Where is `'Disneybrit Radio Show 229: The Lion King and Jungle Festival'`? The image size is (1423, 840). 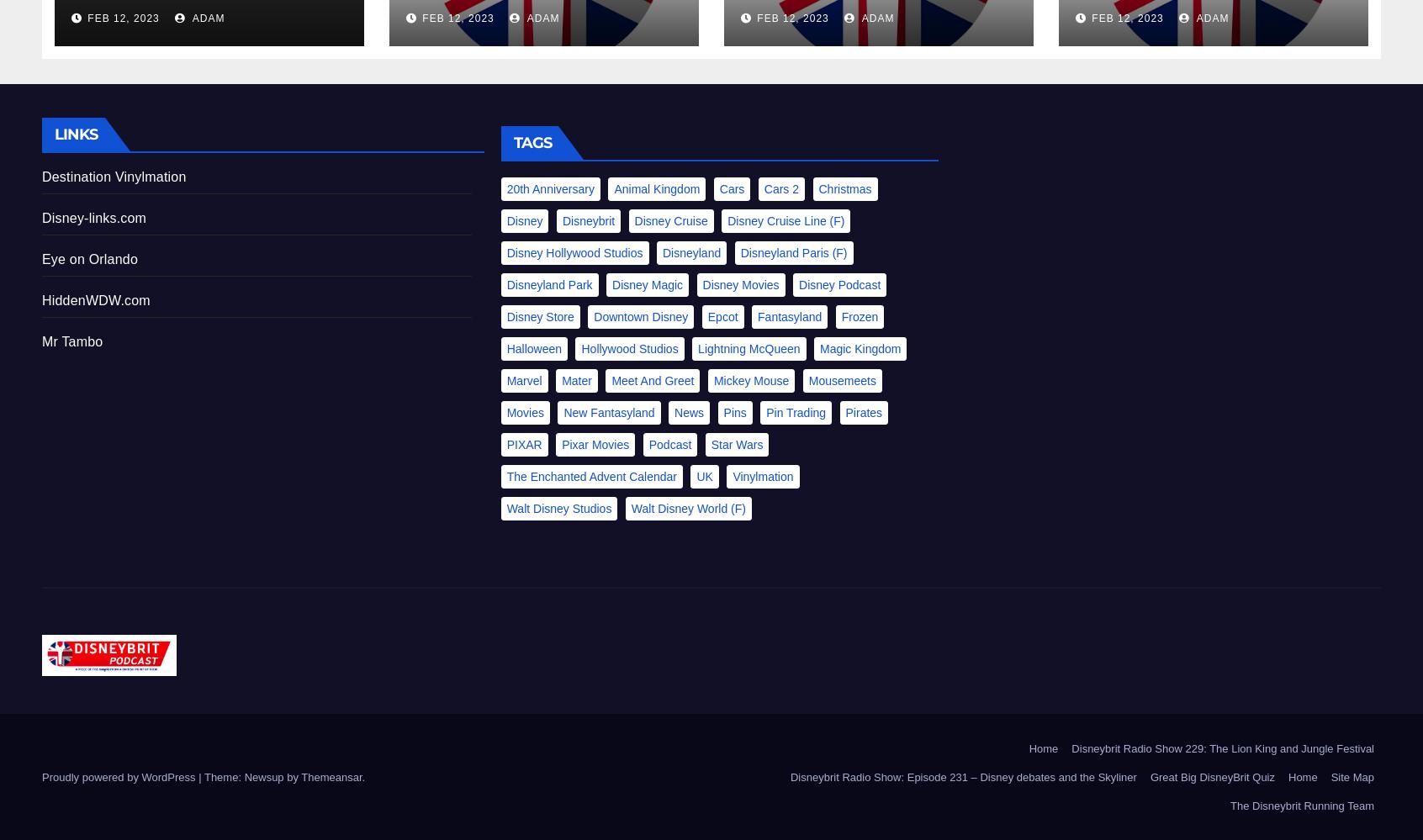
'Disneybrit Radio Show 229: The Lion King and Jungle Festival' is located at coordinates (1221, 748).